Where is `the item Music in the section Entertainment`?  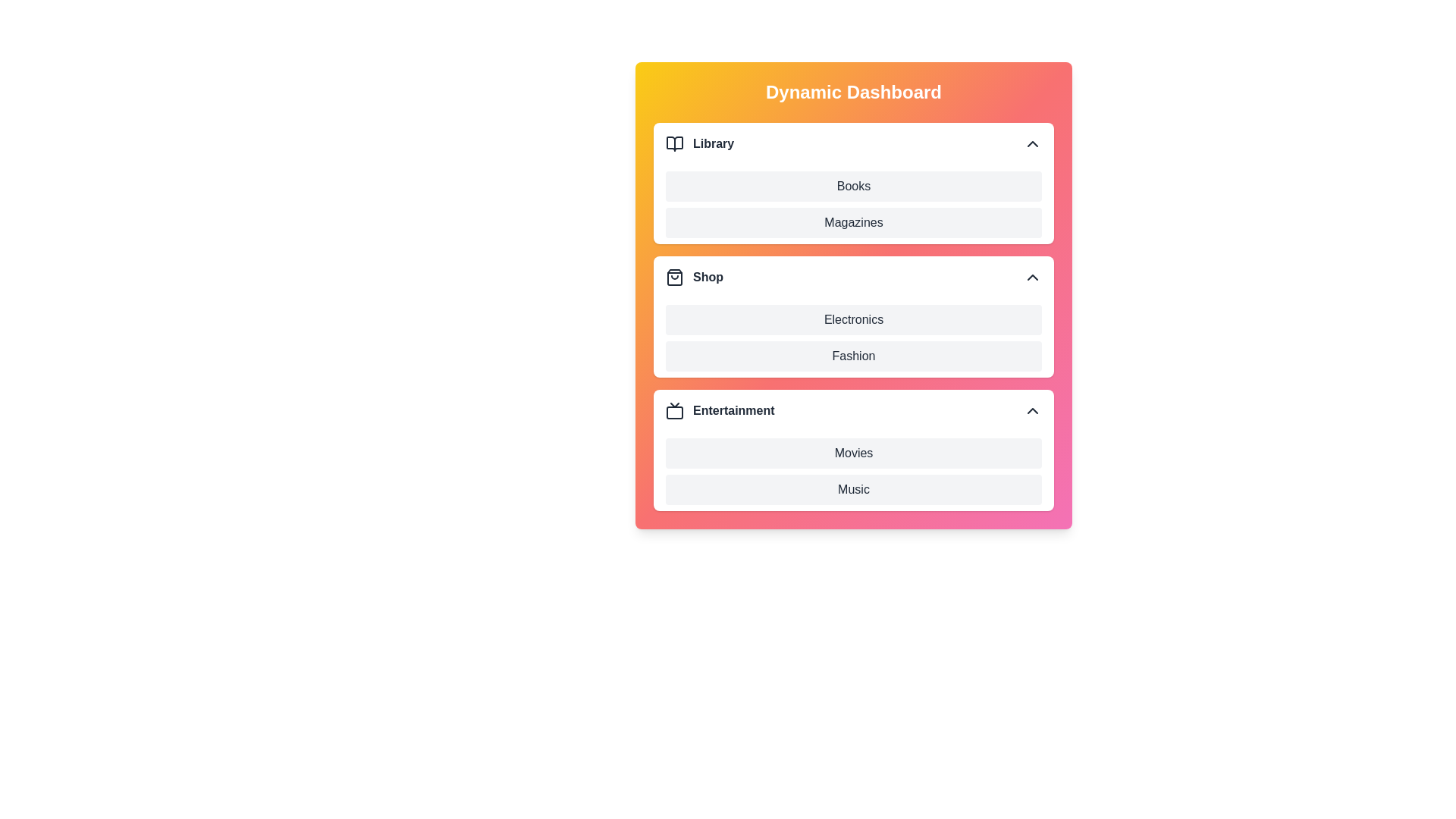 the item Music in the section Entertainment is located at coordinates (666, 489).